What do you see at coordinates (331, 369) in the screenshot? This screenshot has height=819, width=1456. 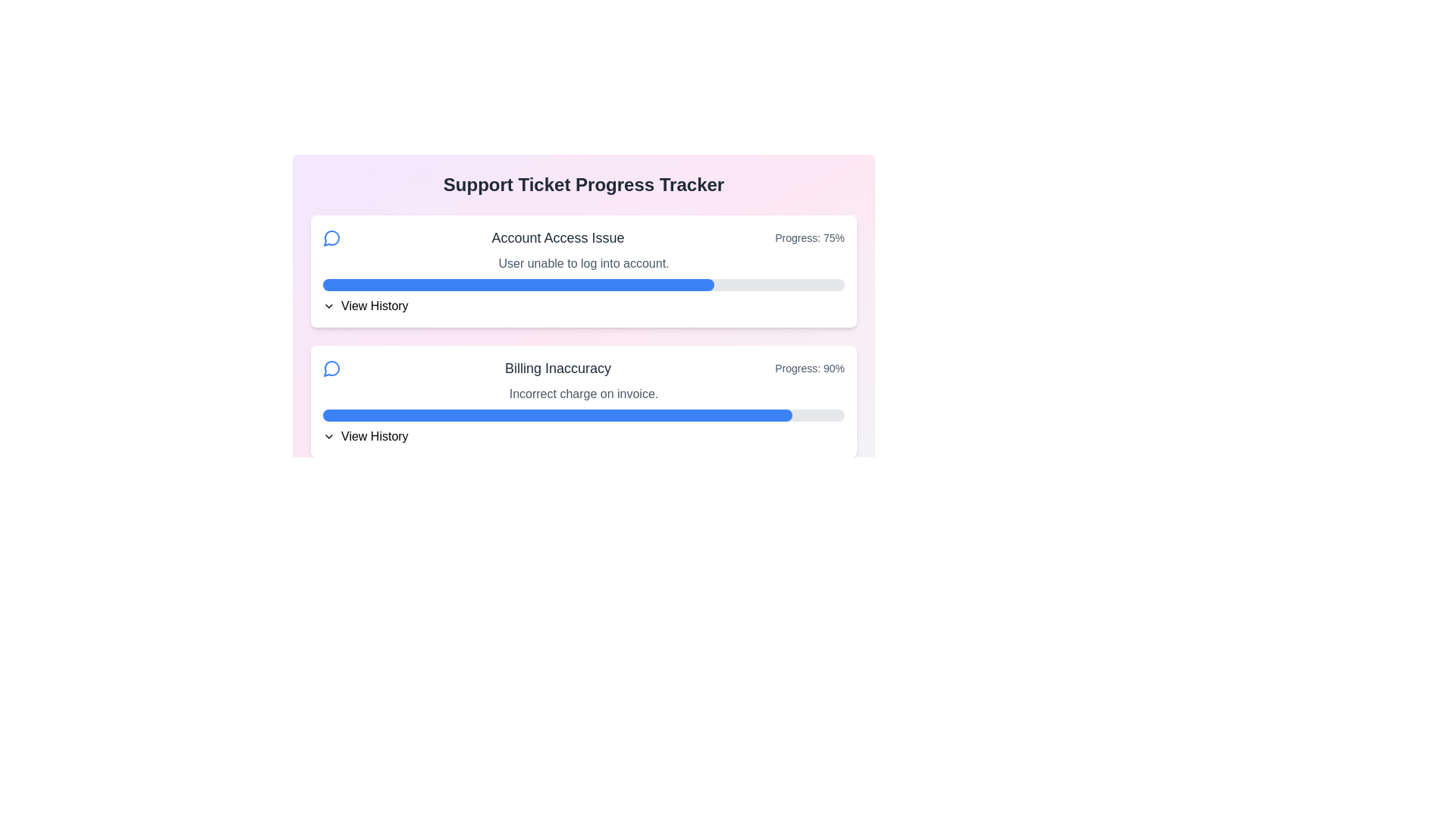 I see `the speech bubble icon located at the top-left of the 'Account Access Issue' card, which is a decorative graphic element styled with a blue outline` at bounding box center [331, 369].